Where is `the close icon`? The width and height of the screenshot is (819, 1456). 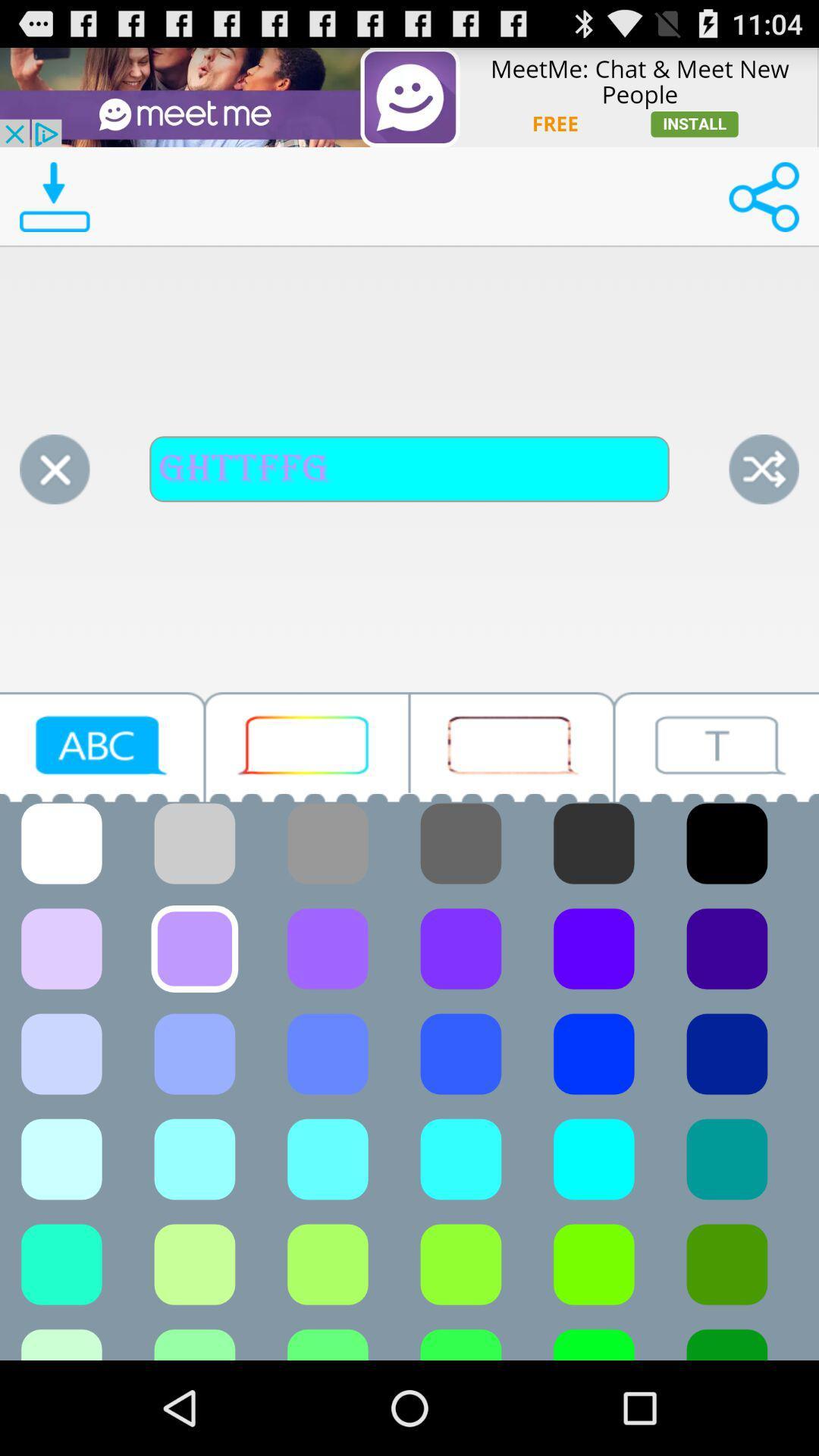
the close icon is located at coordinates (54, 502).